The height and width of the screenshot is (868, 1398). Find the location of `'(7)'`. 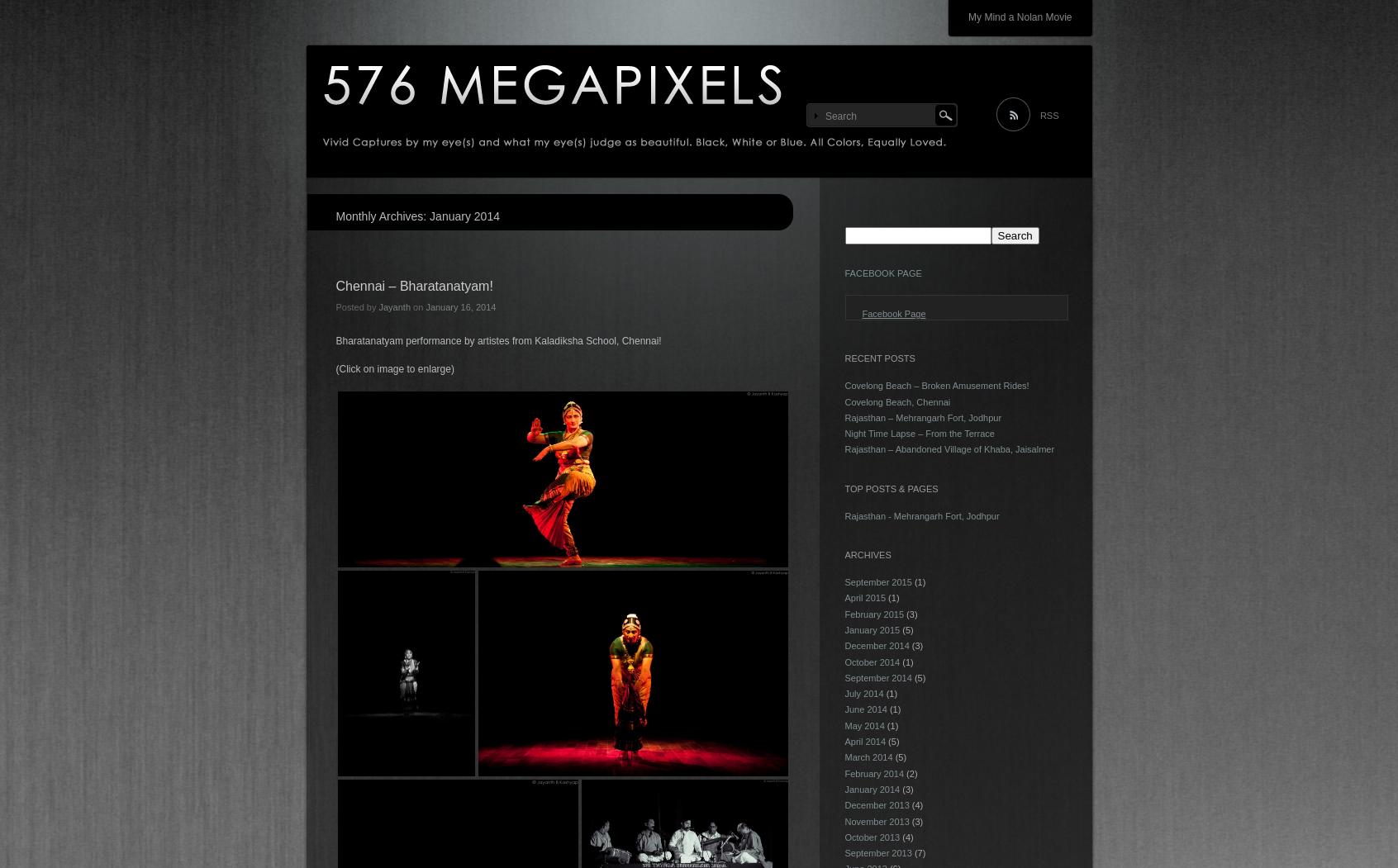

'(7)' is located at coordinates (918, 852).